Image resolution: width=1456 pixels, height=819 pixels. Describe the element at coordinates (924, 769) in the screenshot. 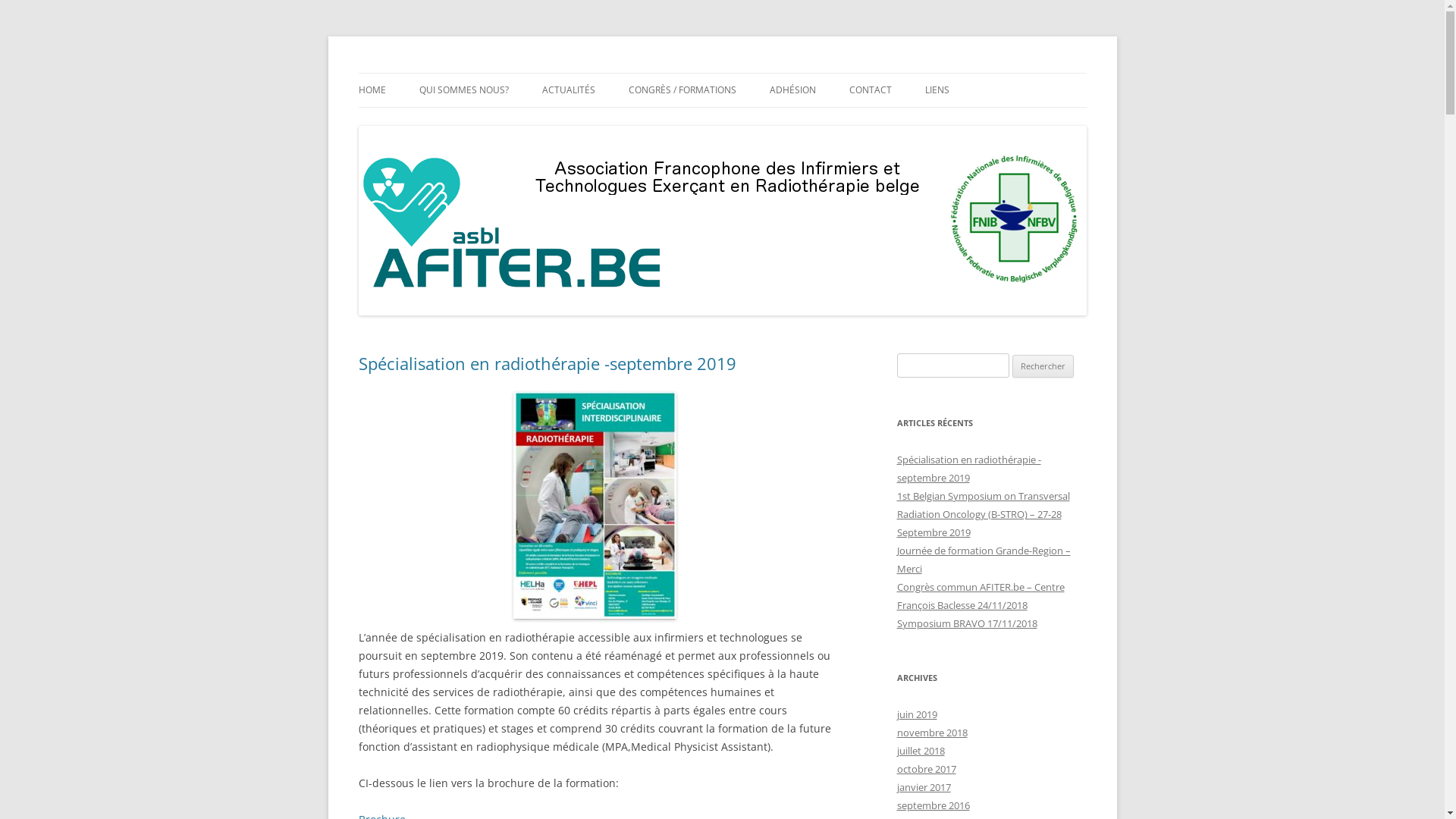

I see `'octobre 2017'` at that location.